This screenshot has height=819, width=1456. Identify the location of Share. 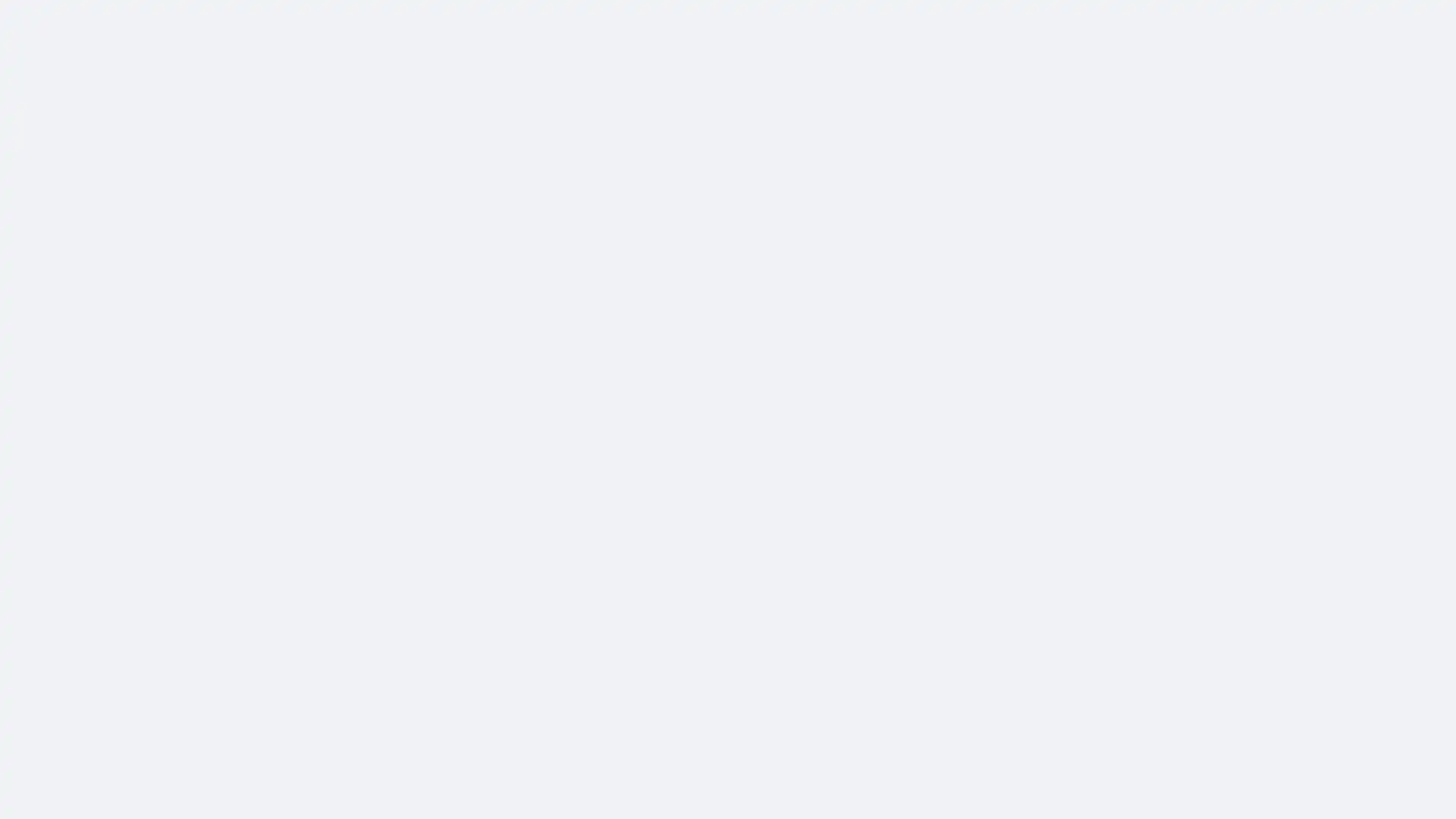
(989, 399).